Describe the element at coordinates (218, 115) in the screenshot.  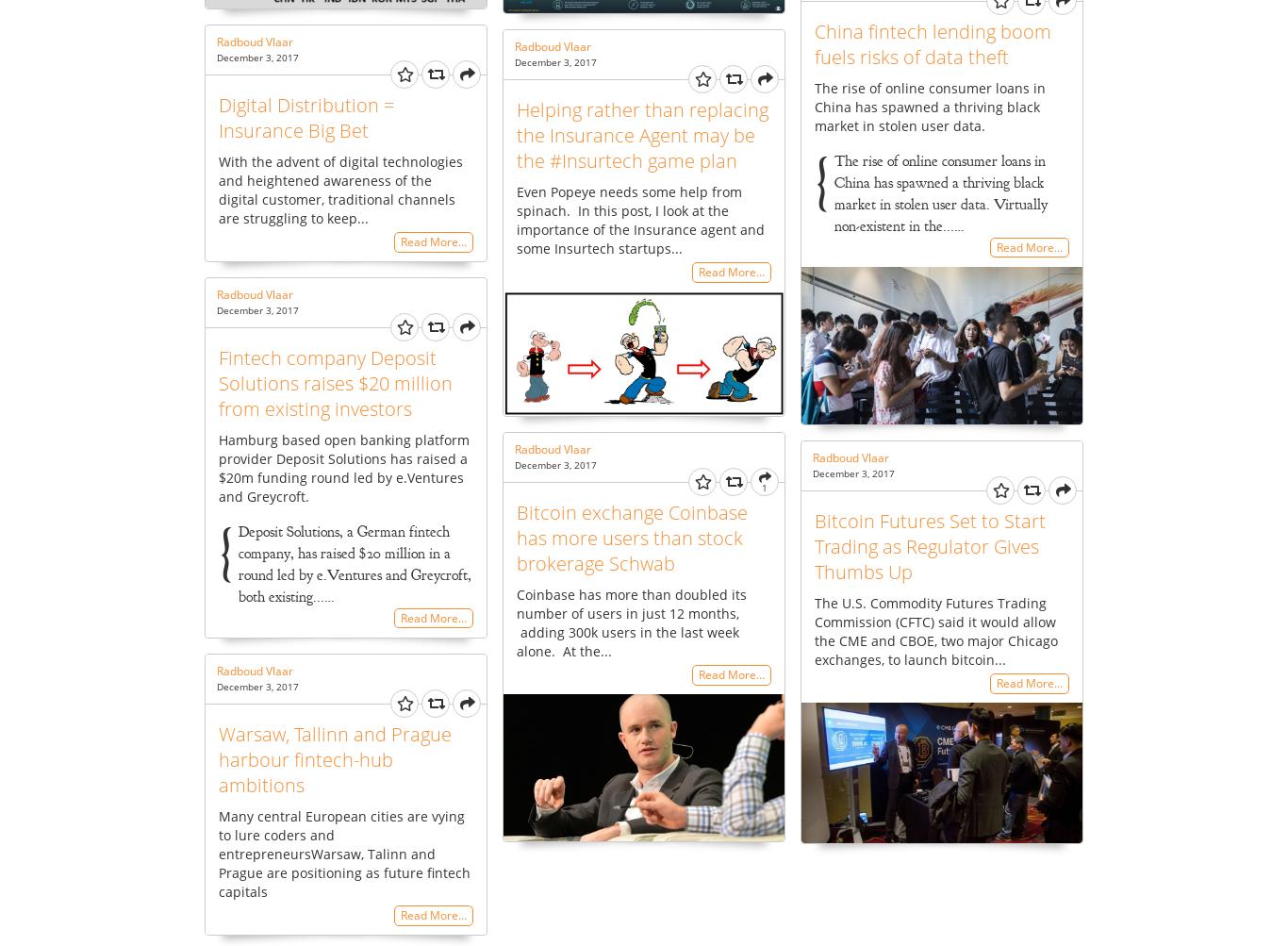
I see `'Digital Distribution = Insurance Big Bet'` at that location.